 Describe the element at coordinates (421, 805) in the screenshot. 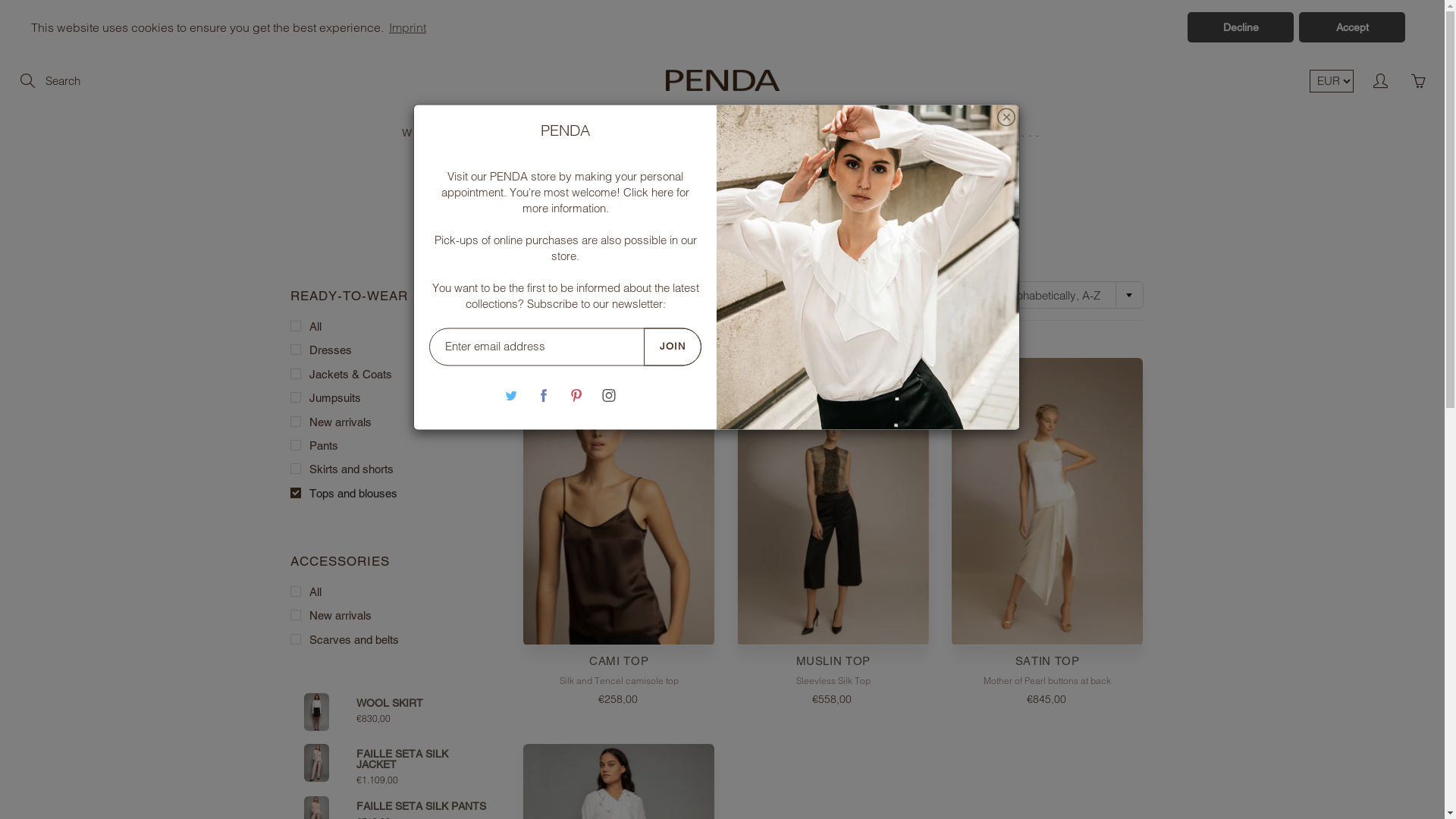

I see `'FAILLE SETA SILK PANTS'` at that location.